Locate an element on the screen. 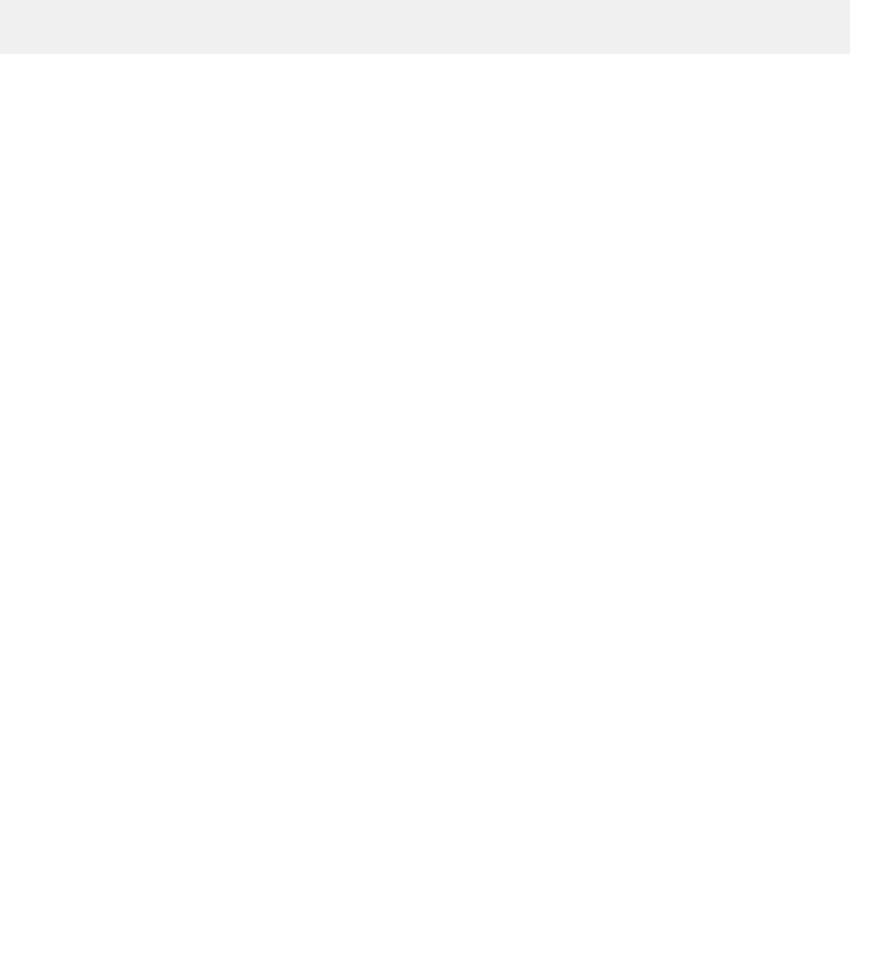  'Jocavi Unveils Soundspace Pro Room Systems' is located at coordinates (207, 176).